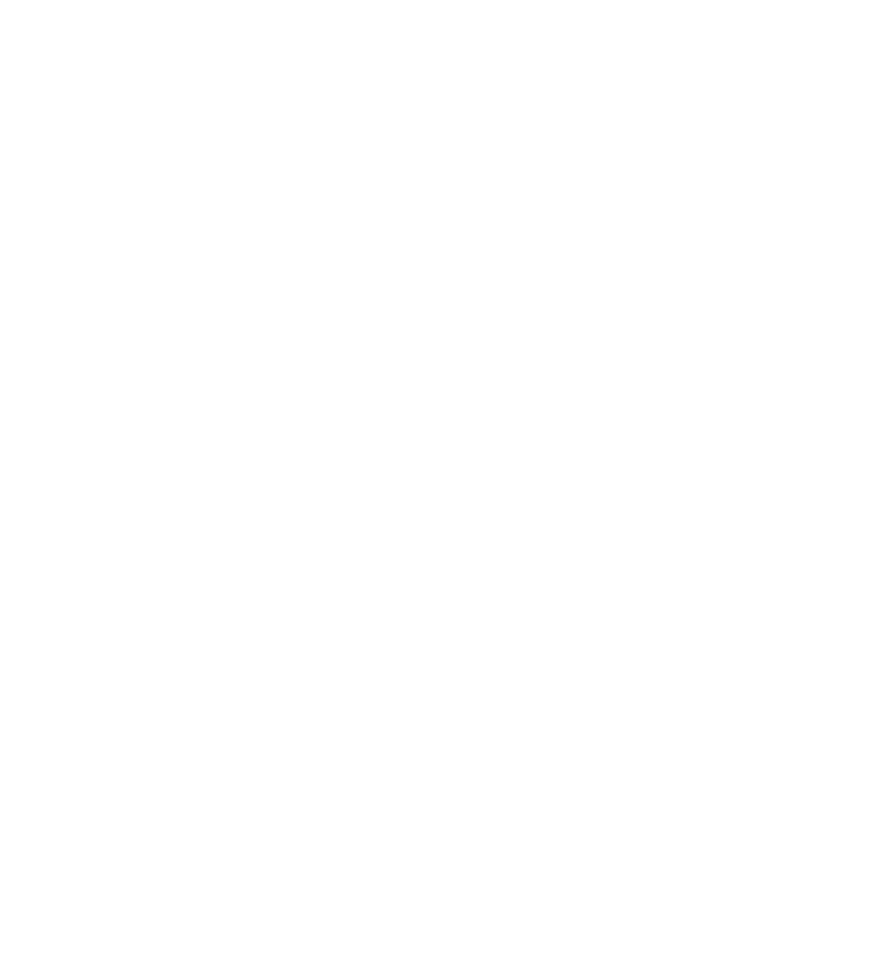  Describe the element at coordinates (228, 864) in the screenshot. I see `'Clive Young'` at that location.